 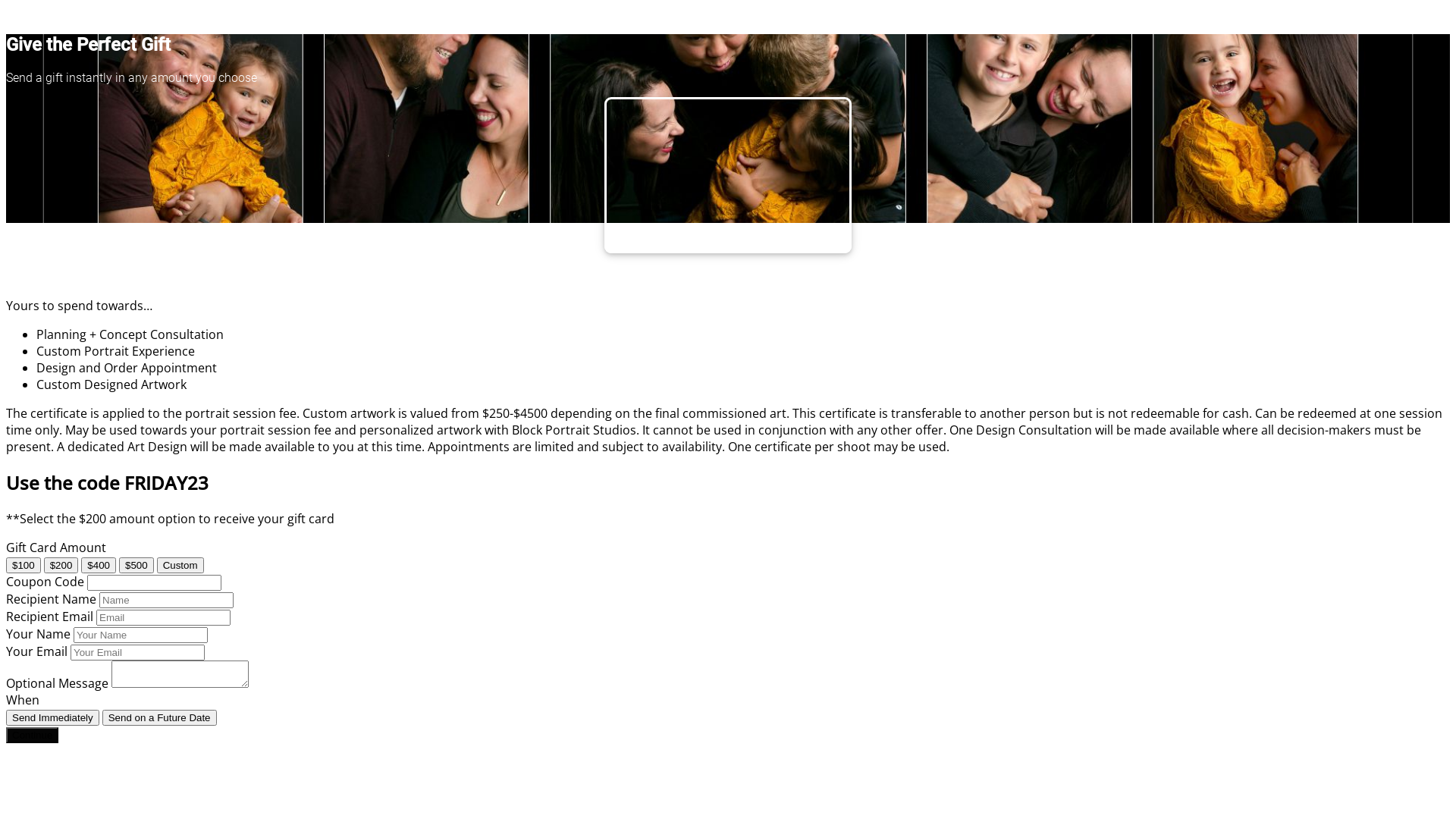 I want to click on 'Send Immediately', so click(x=52, y=717).